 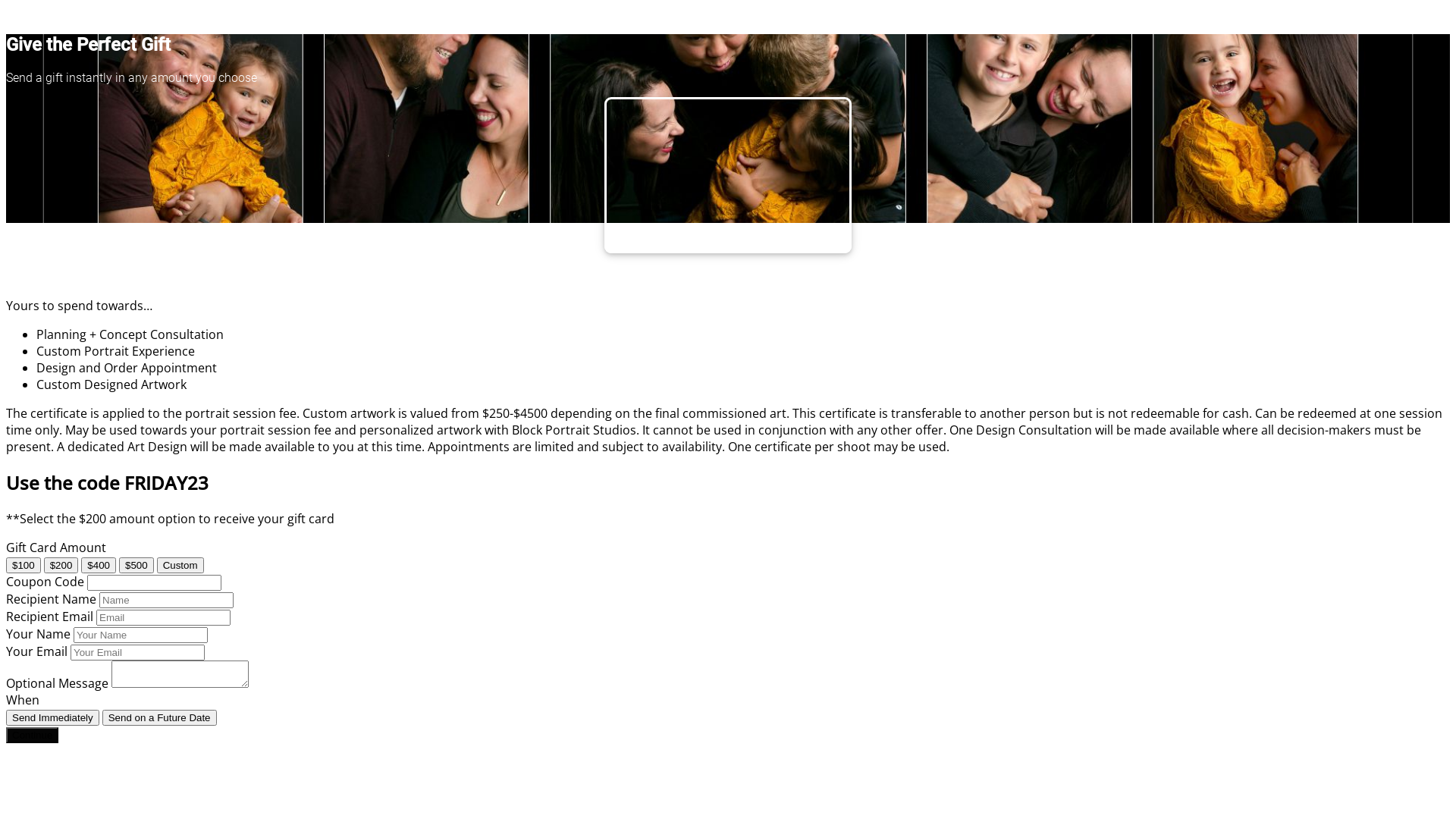 I want to click on 'Send Immediately', so click(x=52, y=717).